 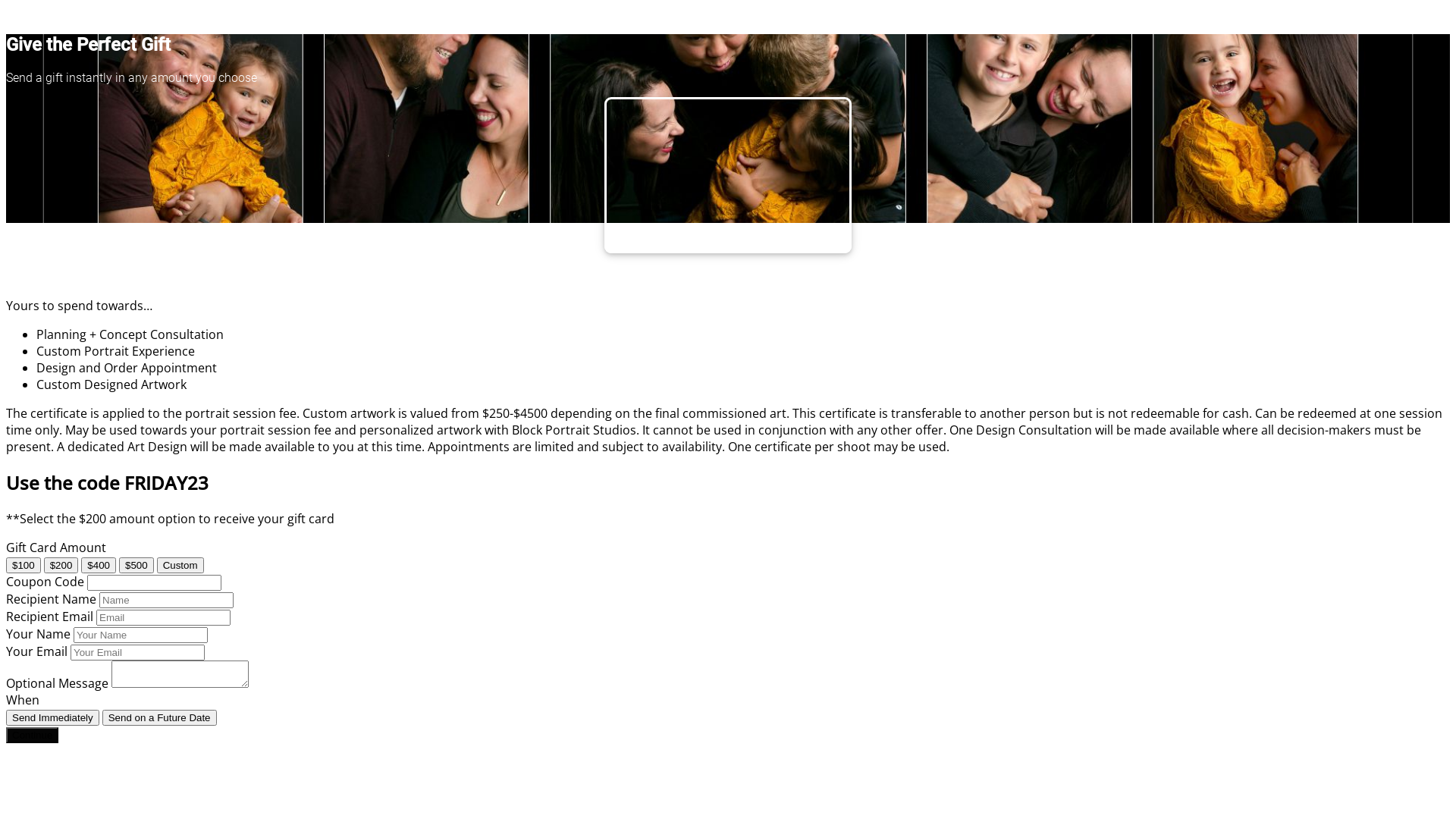 I want to click on 'Send Immediately', so click(x=52, y=717).